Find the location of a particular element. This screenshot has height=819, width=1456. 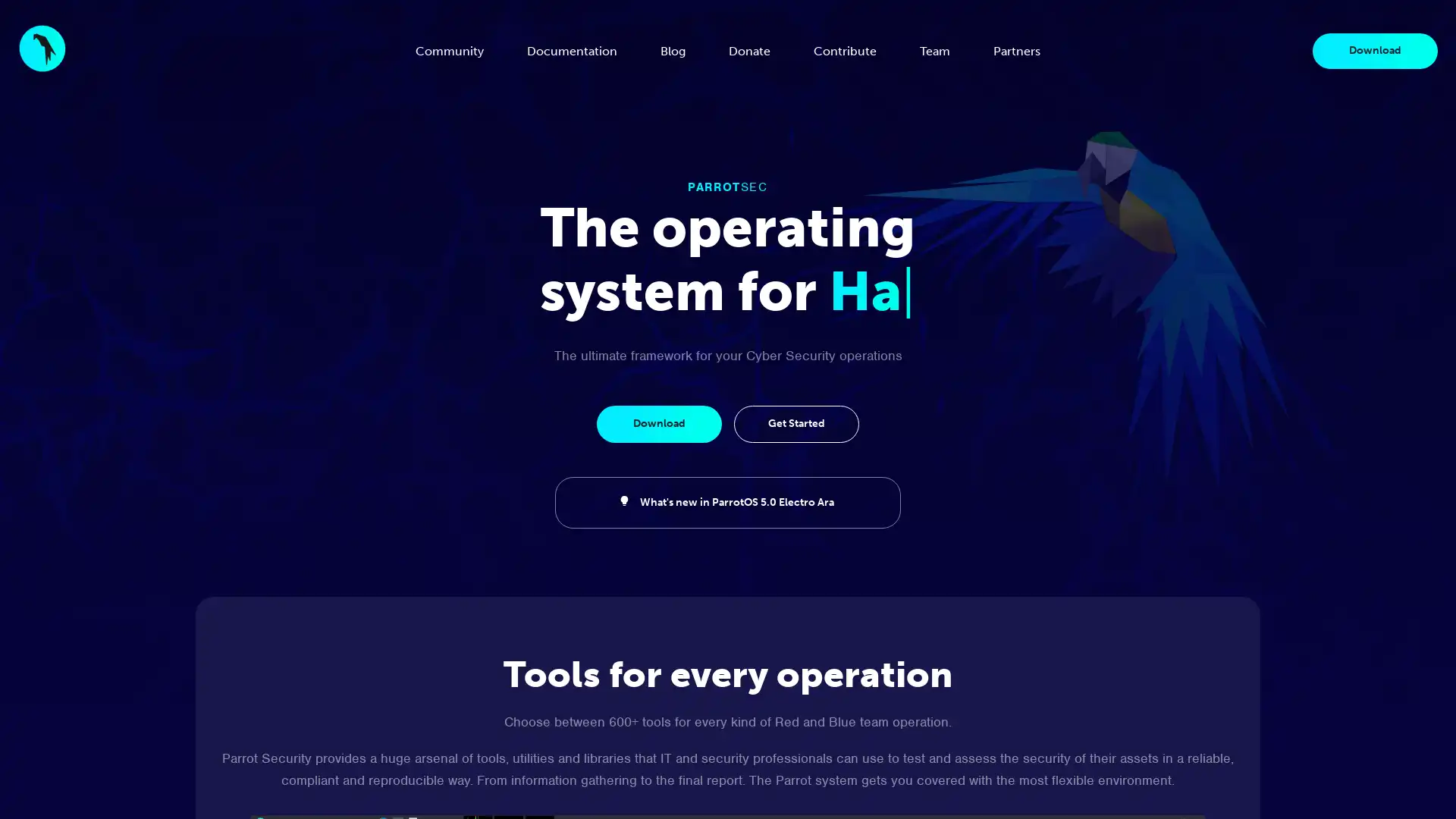

What's new in ParrotOS 5.0 Electro Ara is located at coordinates (728, 502).